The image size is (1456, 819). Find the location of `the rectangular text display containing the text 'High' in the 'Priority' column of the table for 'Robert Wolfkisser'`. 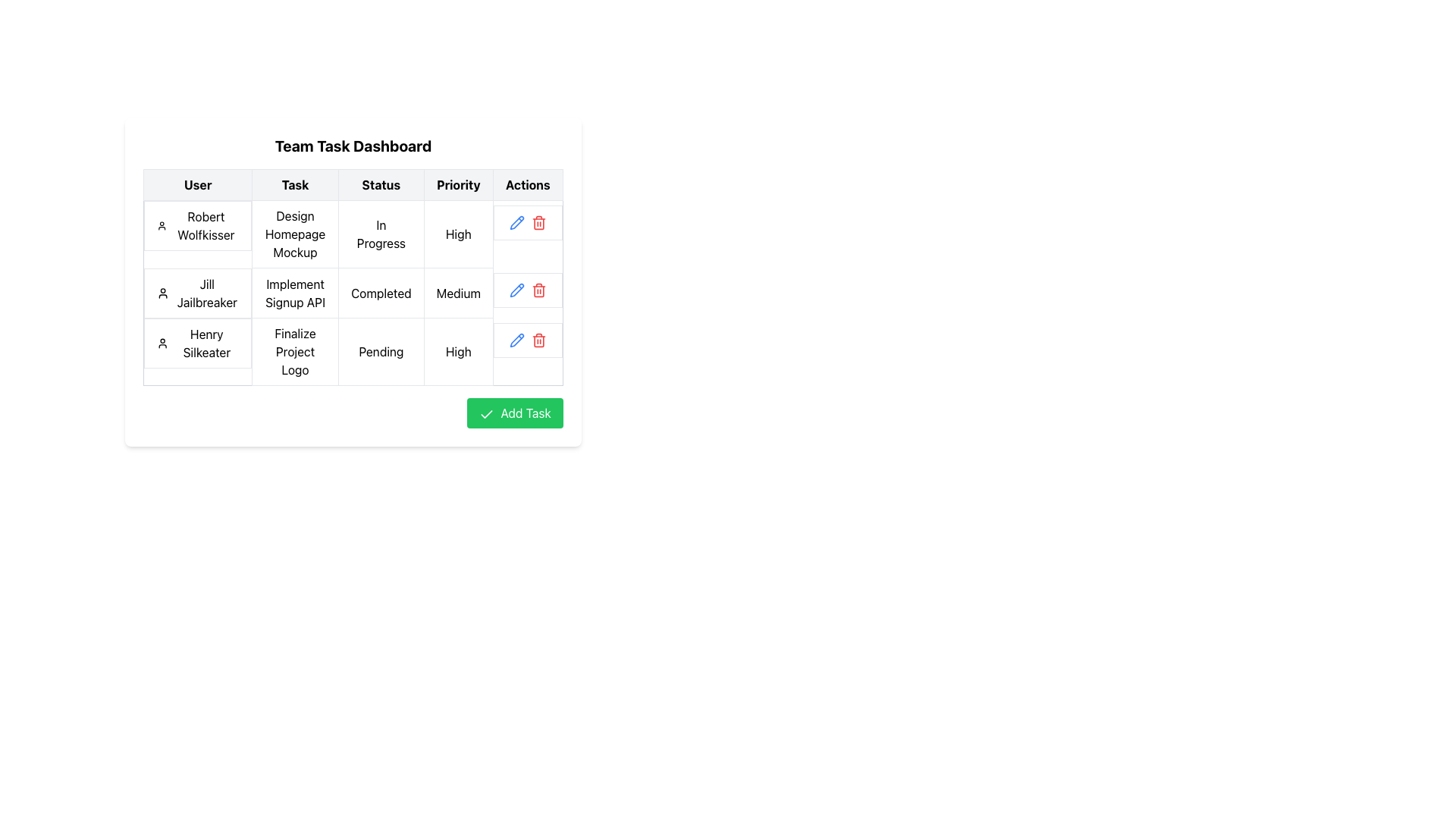

the rectangular text display containing the text 'High' in the 'Priority' column of the table for 'Robert Wolfkisser' is located at coordinates (457, 234).